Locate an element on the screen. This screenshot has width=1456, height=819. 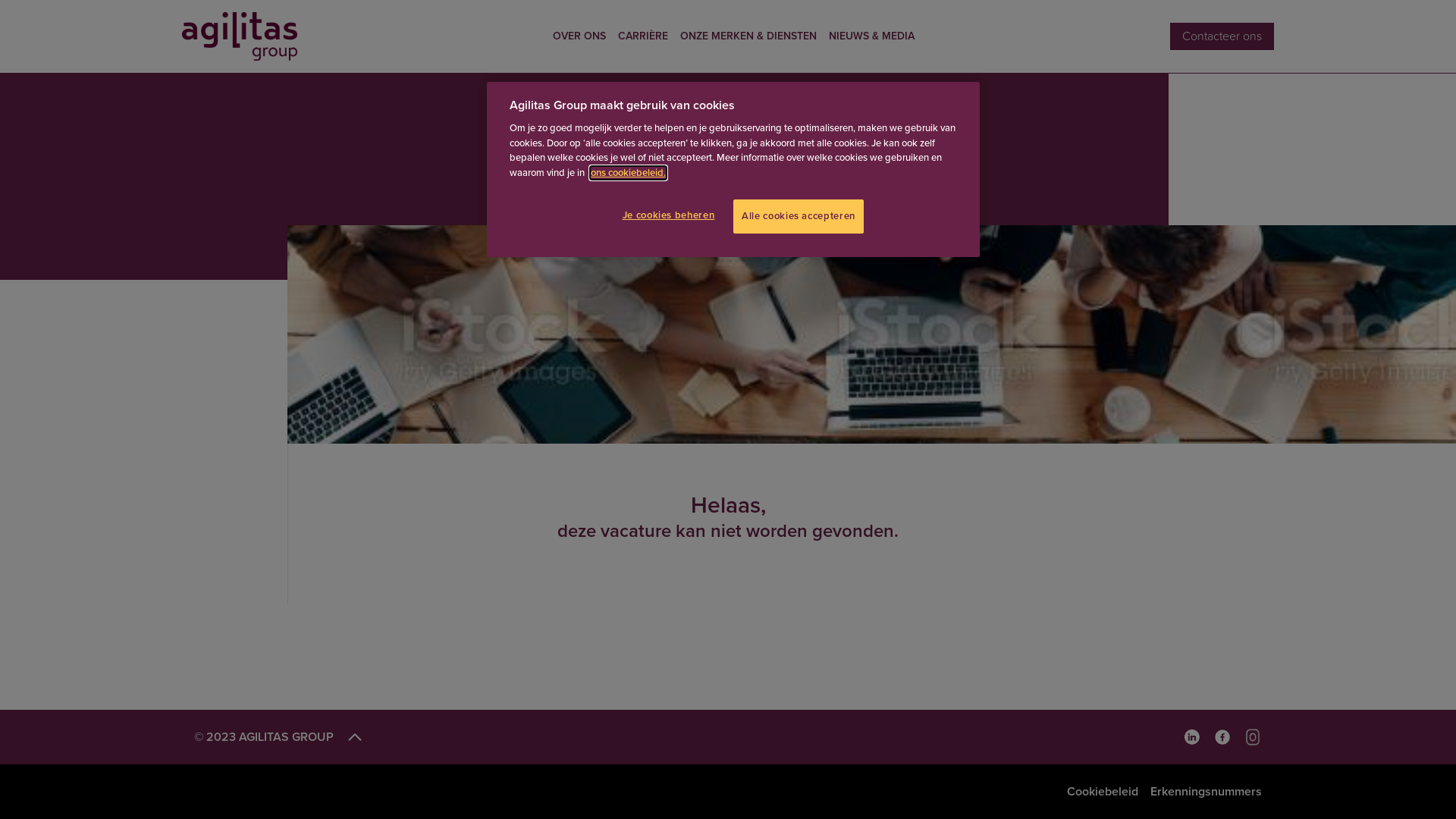
'OVER ONS' is located at coordinates (552, 35).